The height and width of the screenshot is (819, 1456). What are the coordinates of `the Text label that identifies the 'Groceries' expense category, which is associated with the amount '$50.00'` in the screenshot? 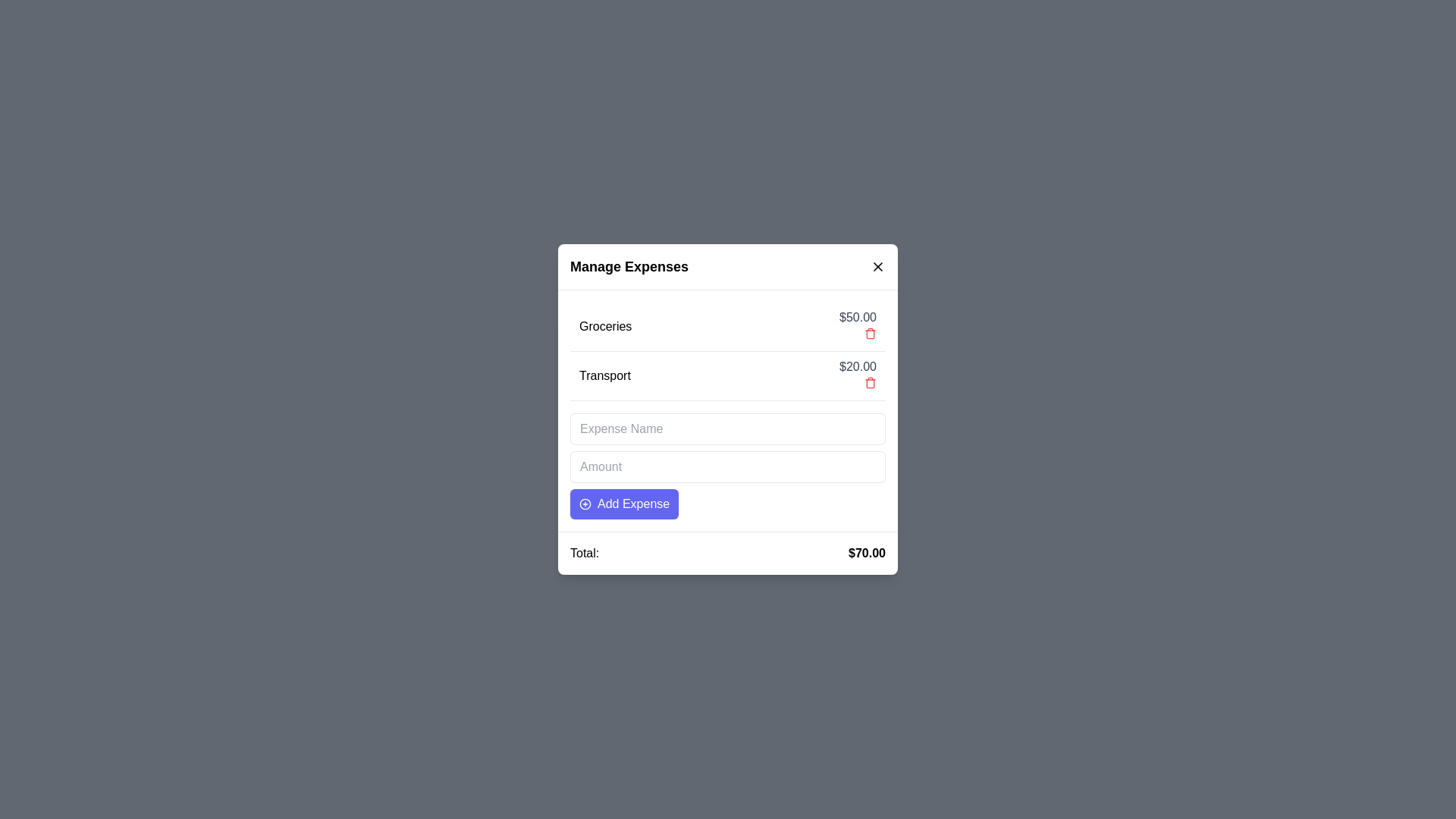 It's located at (604, 326).